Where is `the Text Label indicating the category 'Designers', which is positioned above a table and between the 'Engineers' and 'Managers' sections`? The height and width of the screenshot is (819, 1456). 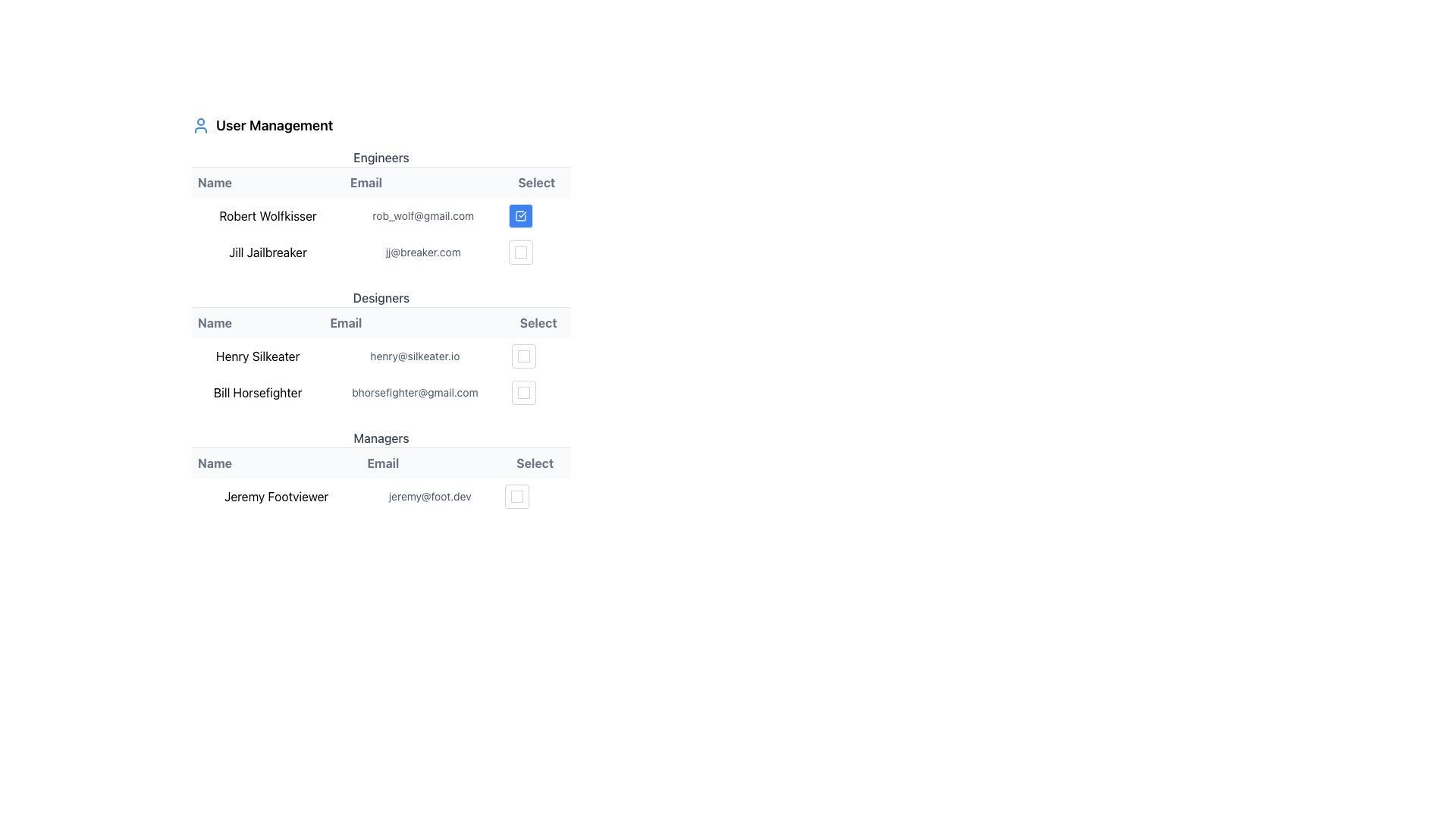
the Text Label indicating the category 'Designers', which is positioned above a table and between the 'Engineers' and 'Managers' sections is located at coordinates (381, 298).